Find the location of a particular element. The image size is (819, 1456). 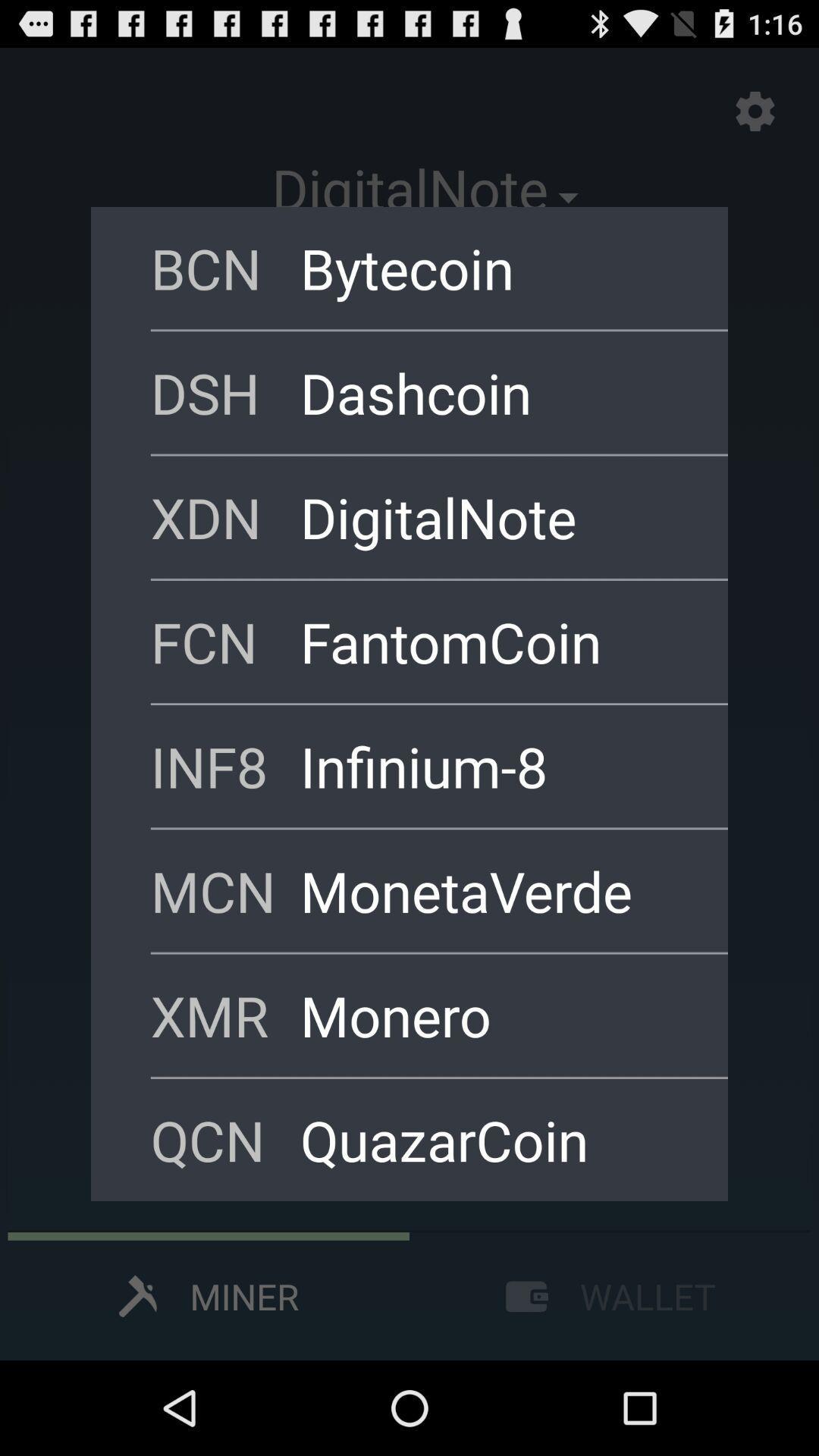

the icon next to fcn icon is located at coordinates (494, 642).